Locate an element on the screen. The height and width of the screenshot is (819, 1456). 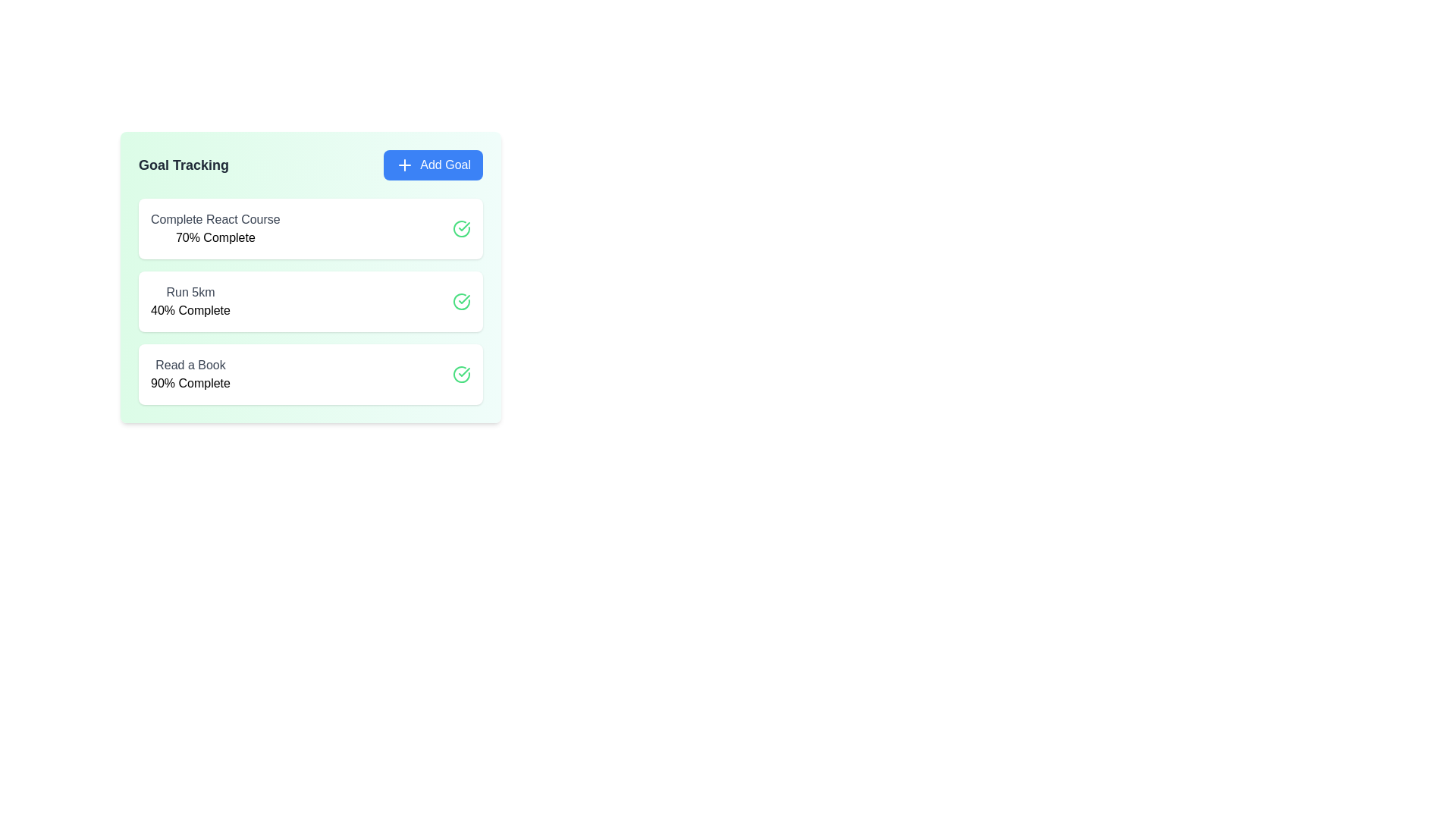
the static text displaying '70% Complete' located below the heading 'Complete React Course' within the progress tracking interface is located at coordinates (215, 237).